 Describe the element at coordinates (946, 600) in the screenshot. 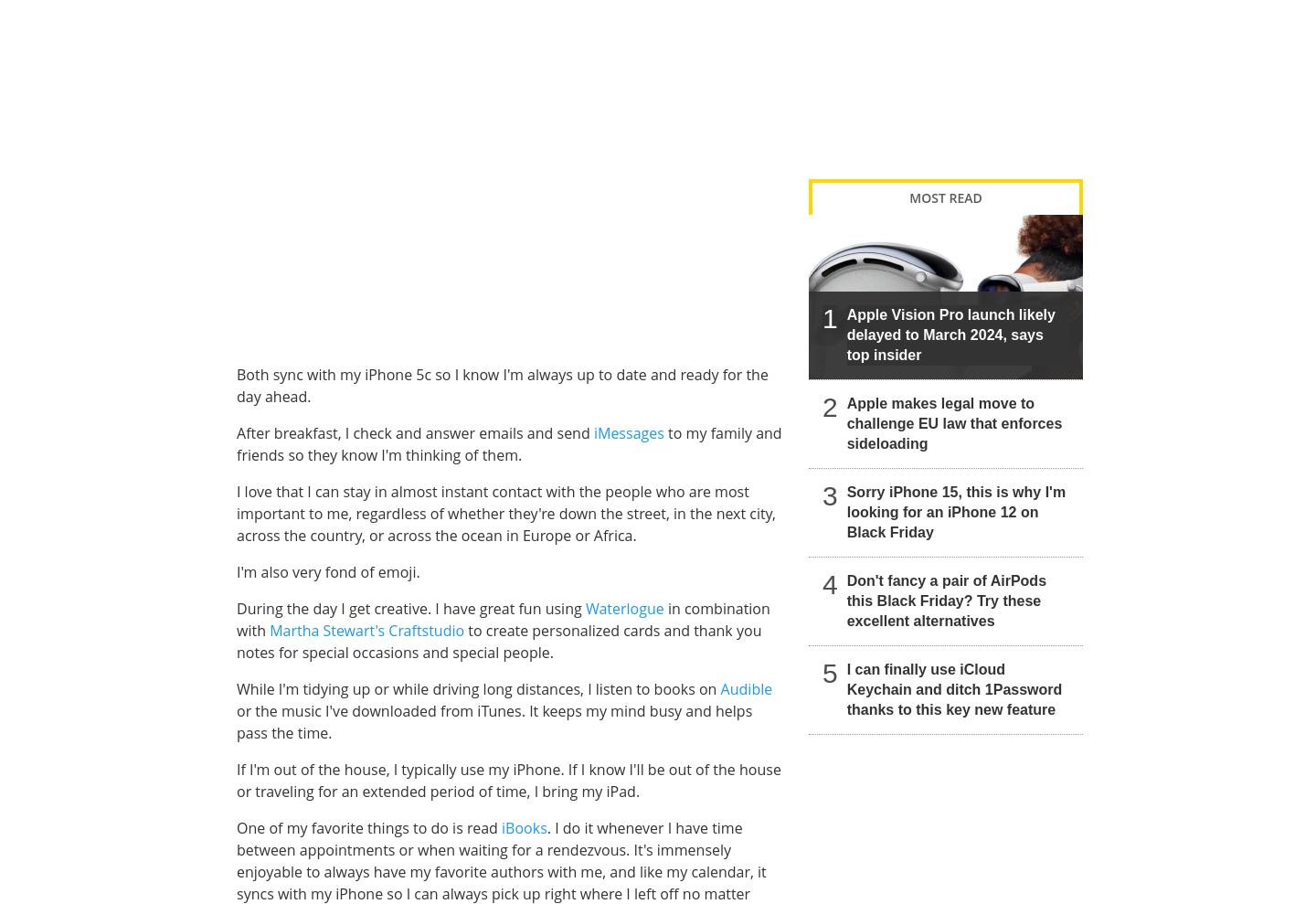

I see `'Don't fancy a pair of AirPods this Black Friday? Try these excellent alternatives'` at that location.